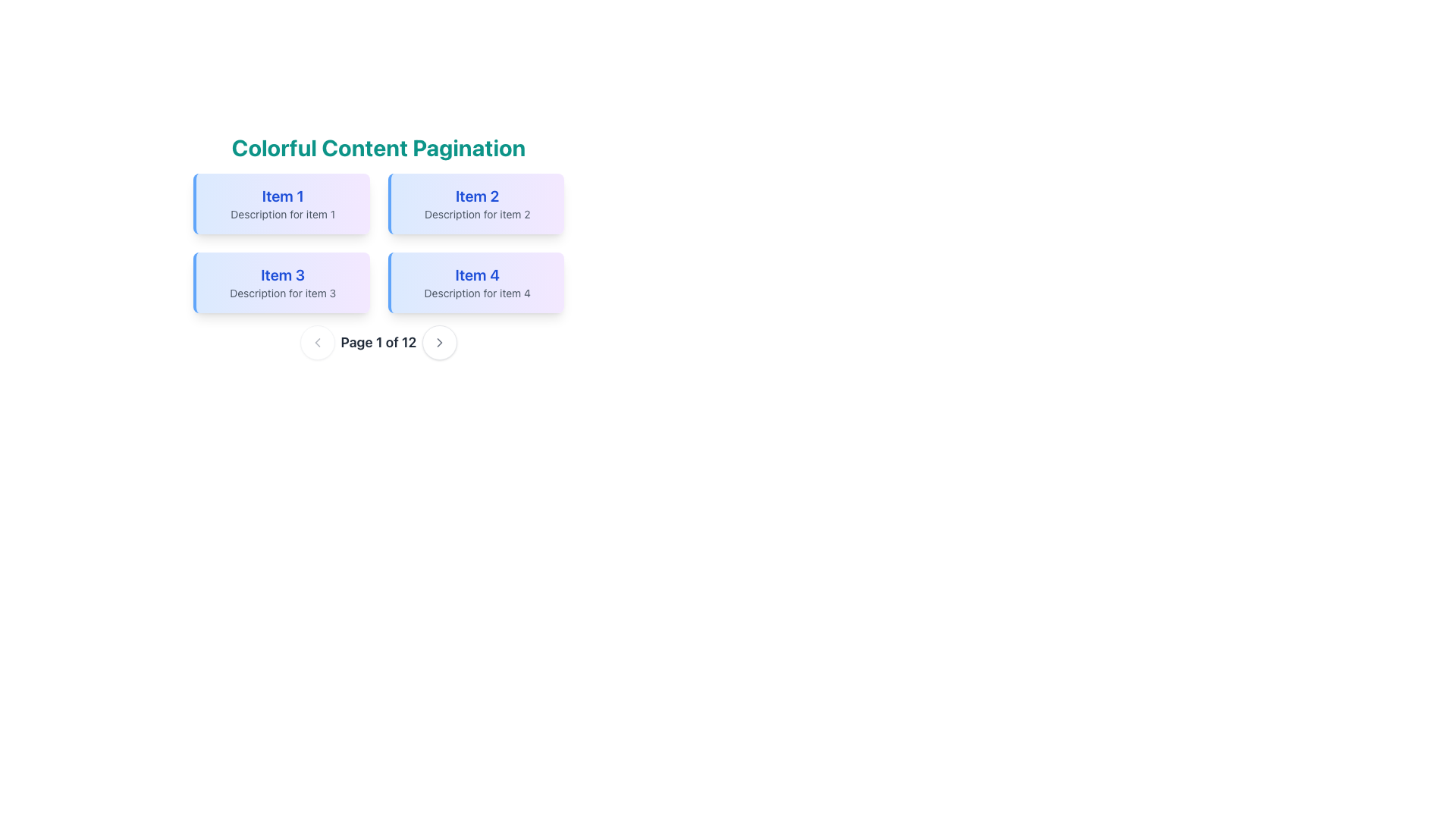  I want to click on the Card component located in the first row, second column of the grid layout, which displays grouped information including a title and description, so click(475, 203).